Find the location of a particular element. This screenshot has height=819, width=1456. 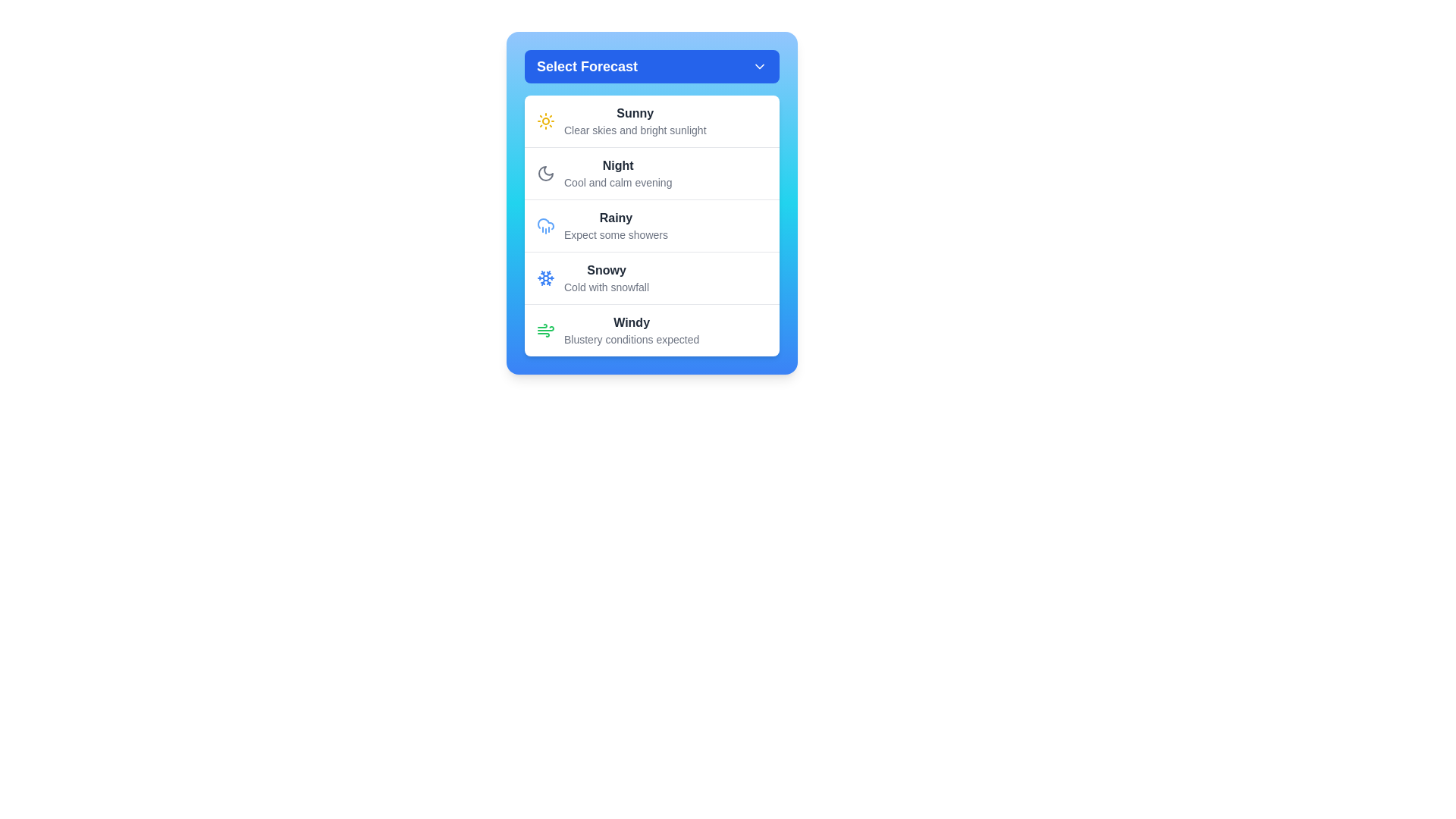

the list item displaying the weather forecast option with the bold text 'Sunny' and lighter text 'Clear skies and bright sunlight' is located at coordinates (635, 120).